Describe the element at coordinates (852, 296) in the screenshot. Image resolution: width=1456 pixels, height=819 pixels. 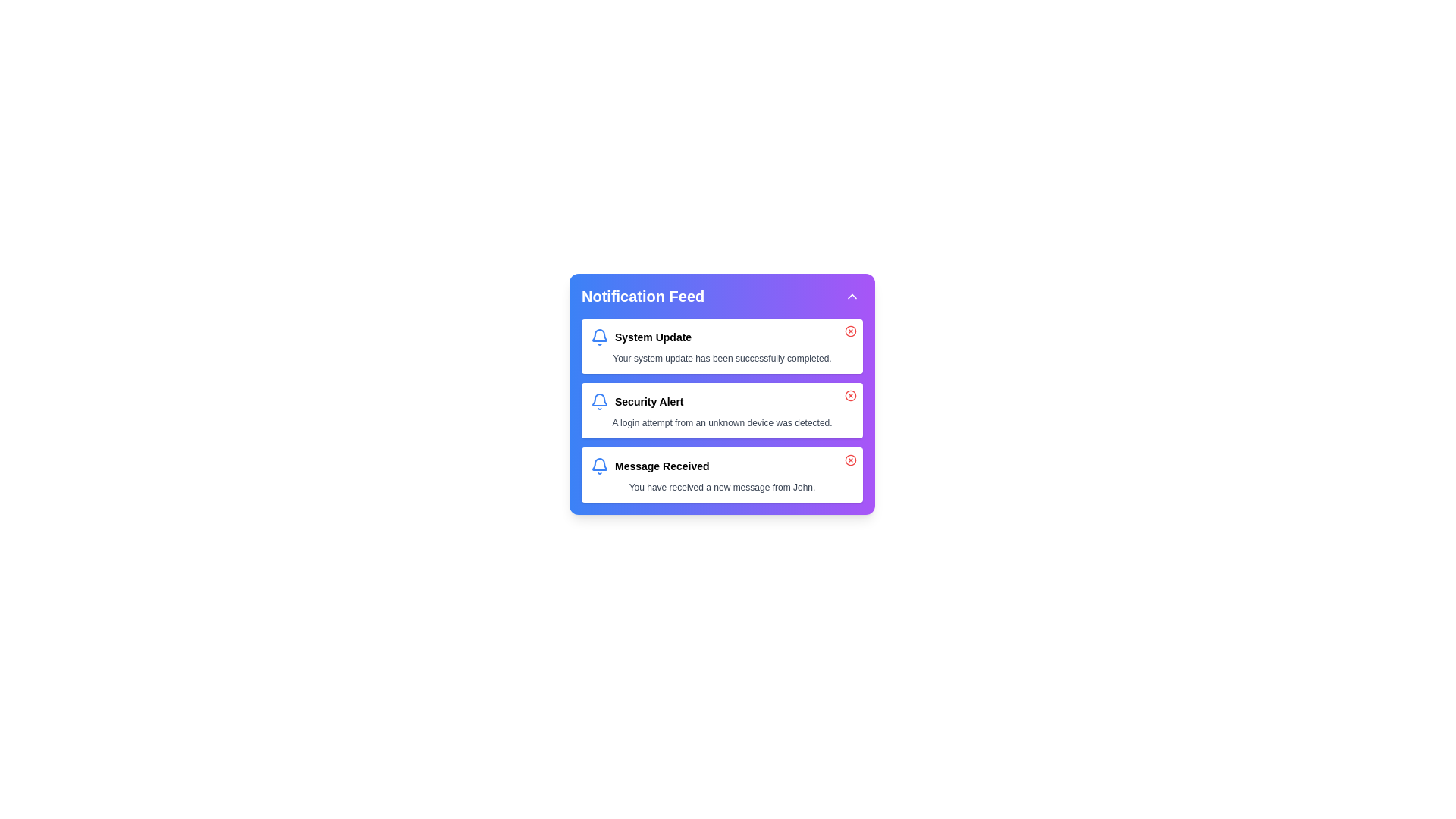
I see `the chevron-shaped icon resembling an upward arrow located in the top-right corner of the notification widget` at that location.